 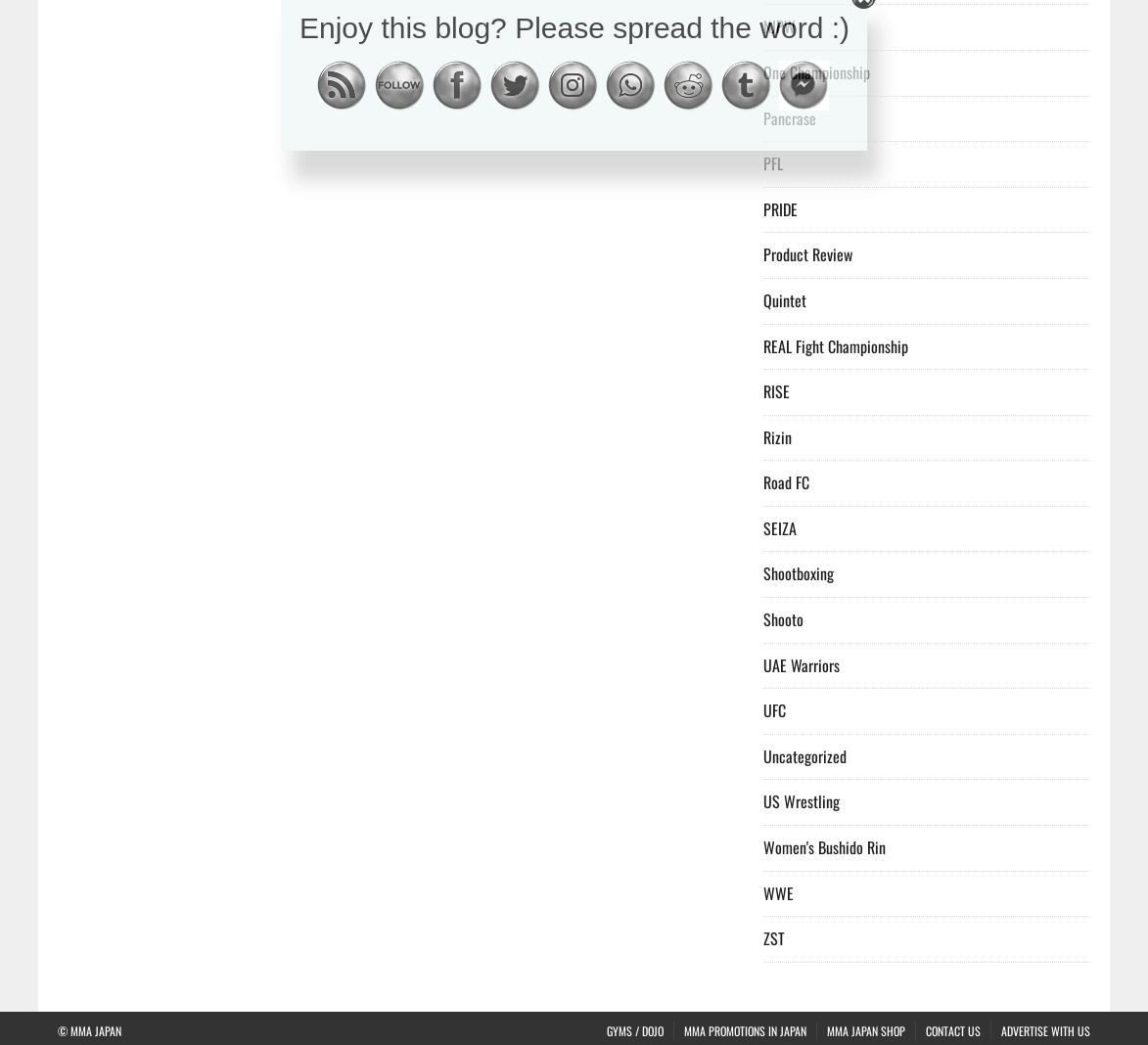 What do you see at coordinates (780, 207) in the screenshot?
I see `'PRIDE'` at bounding box center [780, 207].